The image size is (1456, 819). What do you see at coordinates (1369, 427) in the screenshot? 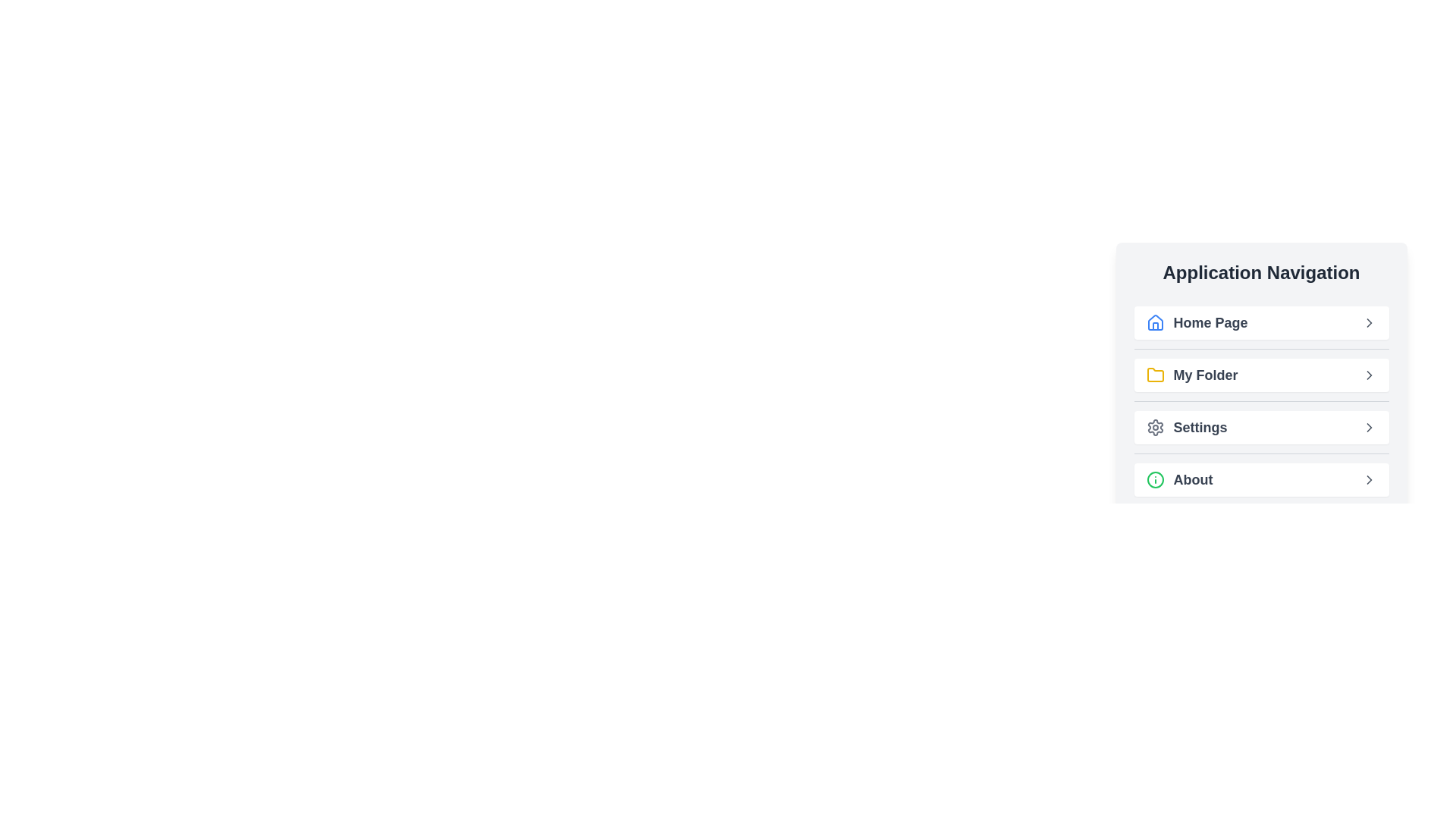
I see `the small, right-pointing gray chevron icon located adjacent to the 'Settings' text in the 'Application Navigation' menu` at bounding box center [1369, 427].